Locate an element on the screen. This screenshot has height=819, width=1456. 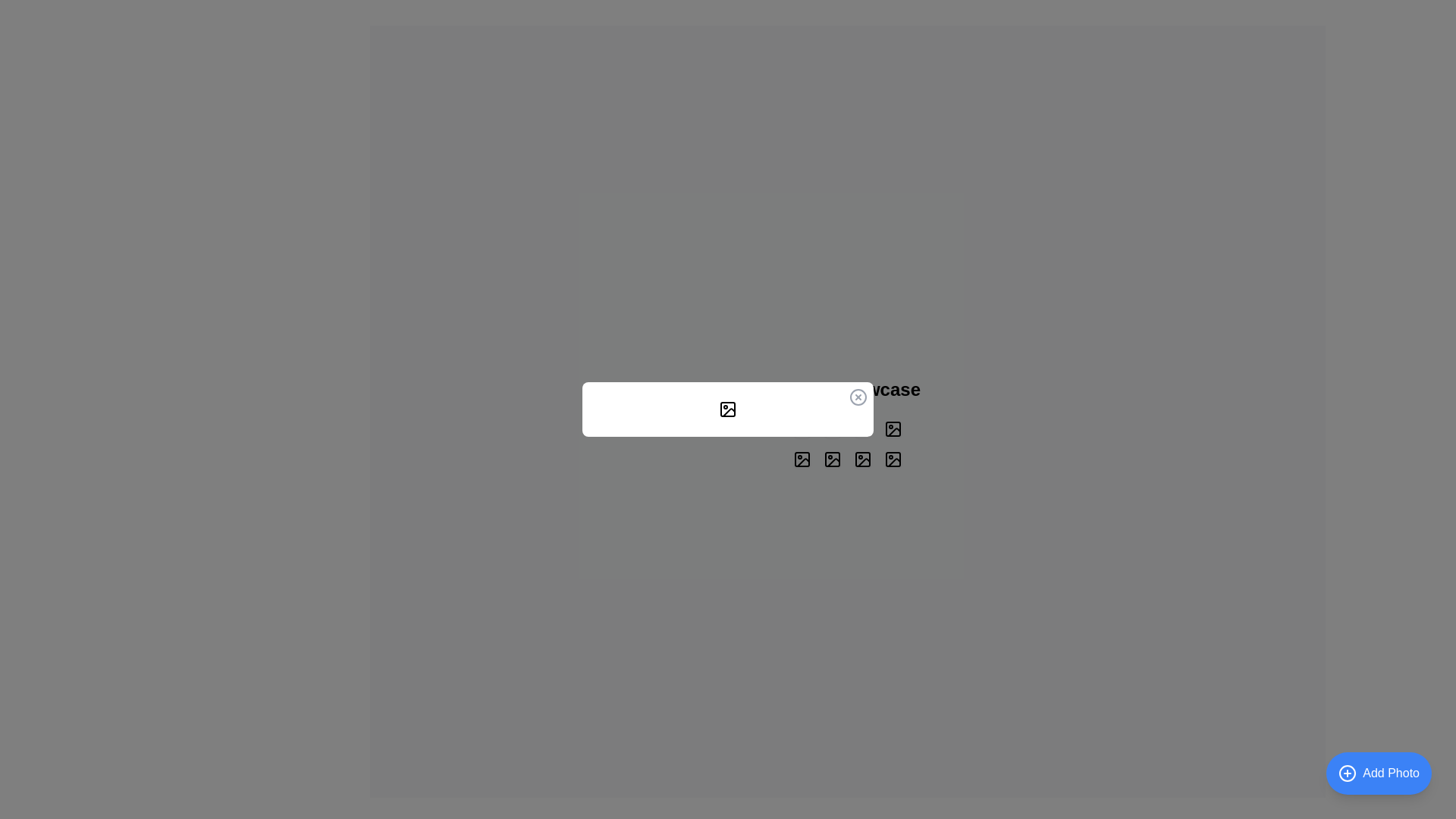
the circular zoom button with a black background and white plus icon to zoom in is located at coordinates (862, 458).